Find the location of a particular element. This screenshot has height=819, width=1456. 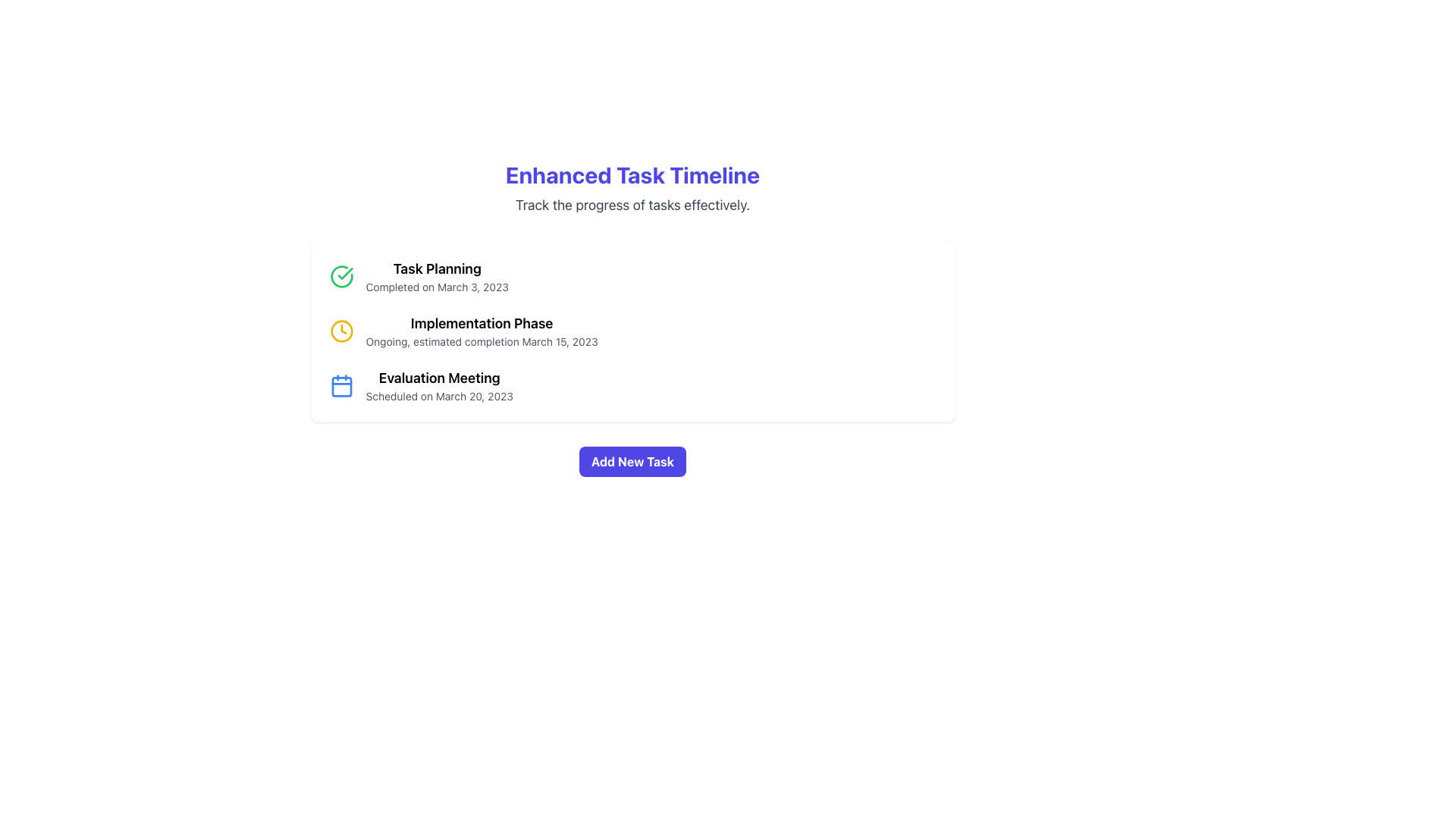

the completion status icon of the first task in the 'Task Planning' section to visually indicate its state is located at coordinates (340, 277).